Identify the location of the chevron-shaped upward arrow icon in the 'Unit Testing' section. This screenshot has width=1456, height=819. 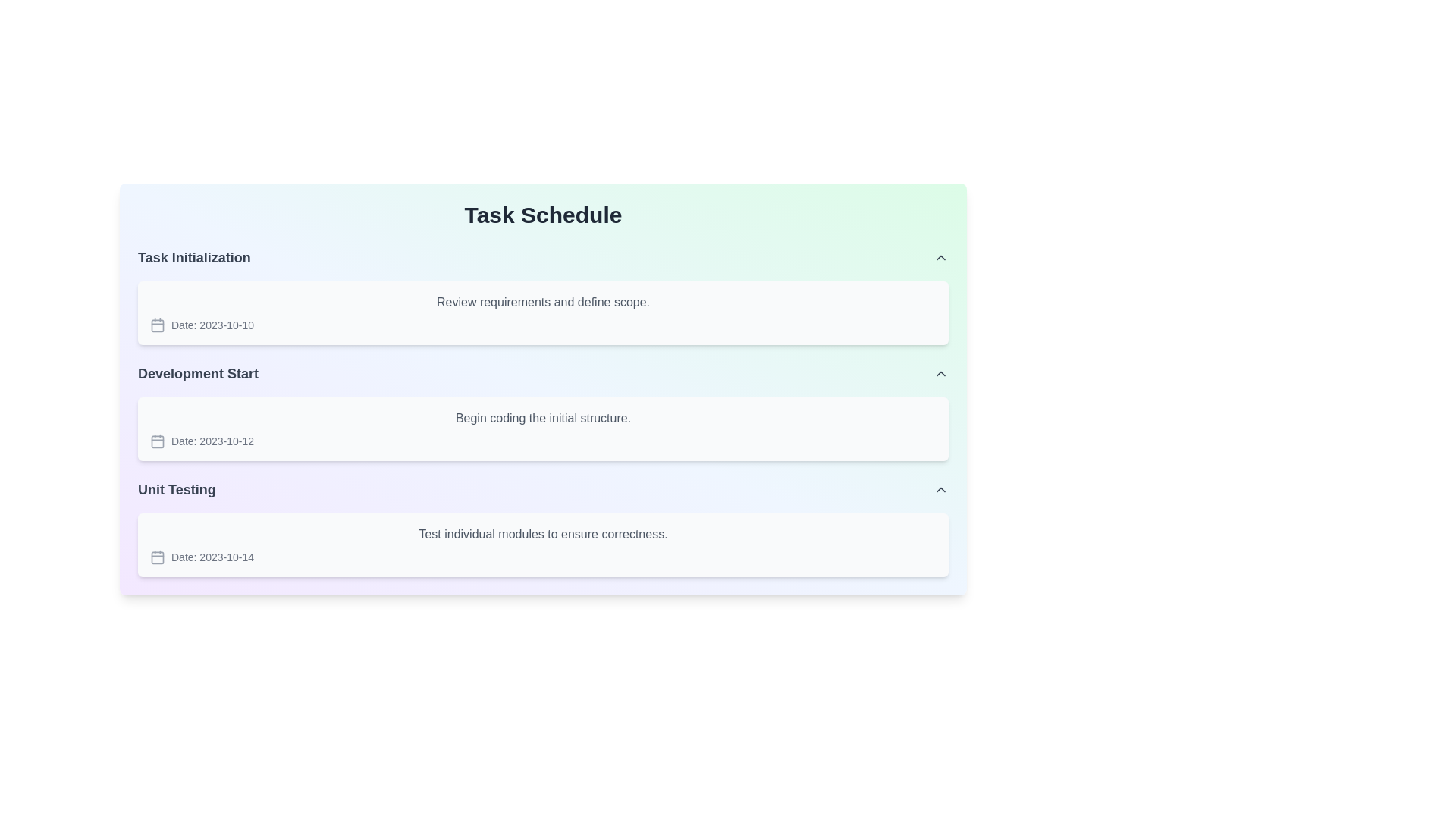
(940, 489).